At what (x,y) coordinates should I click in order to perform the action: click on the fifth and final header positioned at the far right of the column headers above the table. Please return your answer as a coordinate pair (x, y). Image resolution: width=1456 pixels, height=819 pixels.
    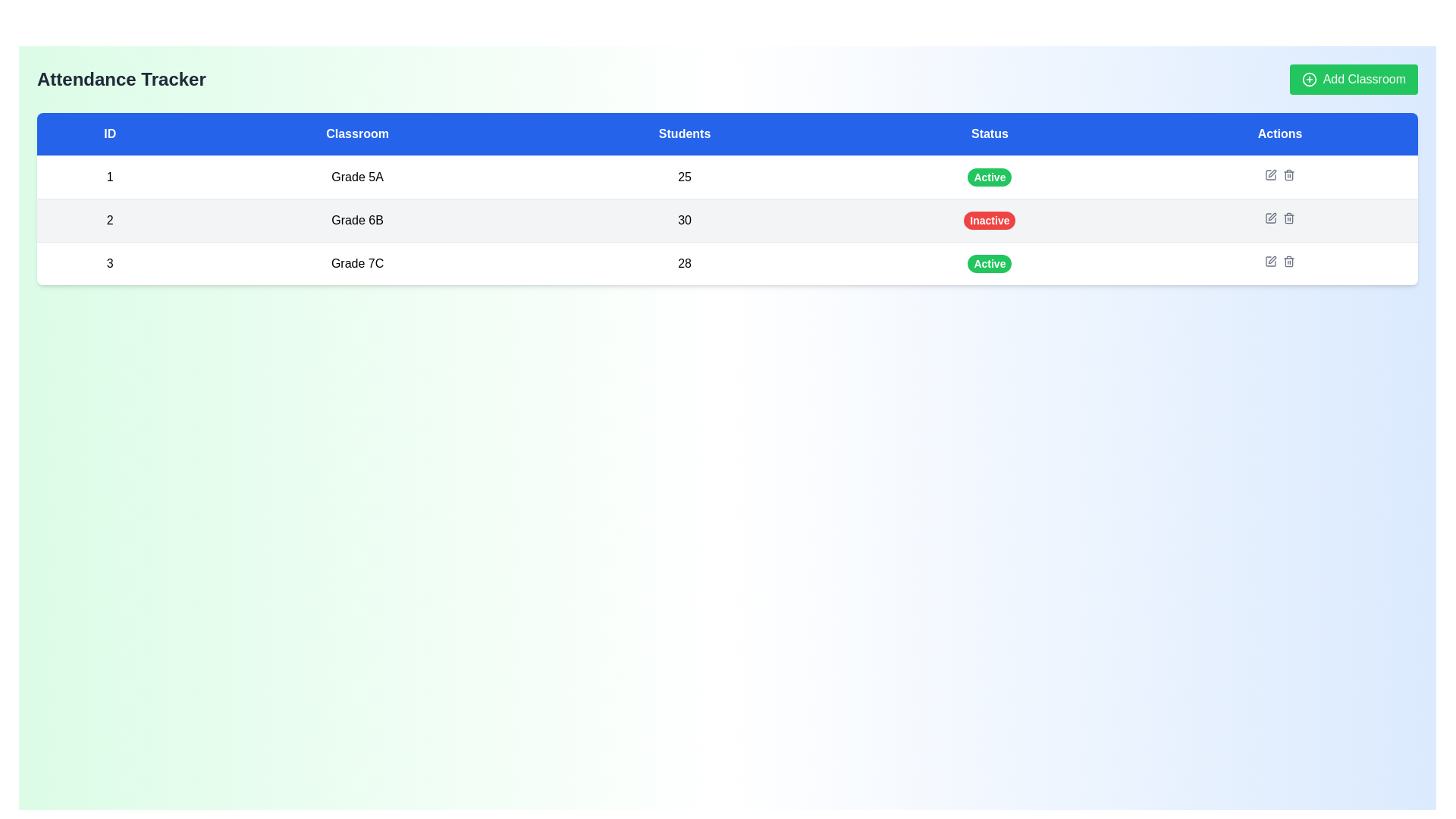
    Looking at the image, I should click on (1279, 133).